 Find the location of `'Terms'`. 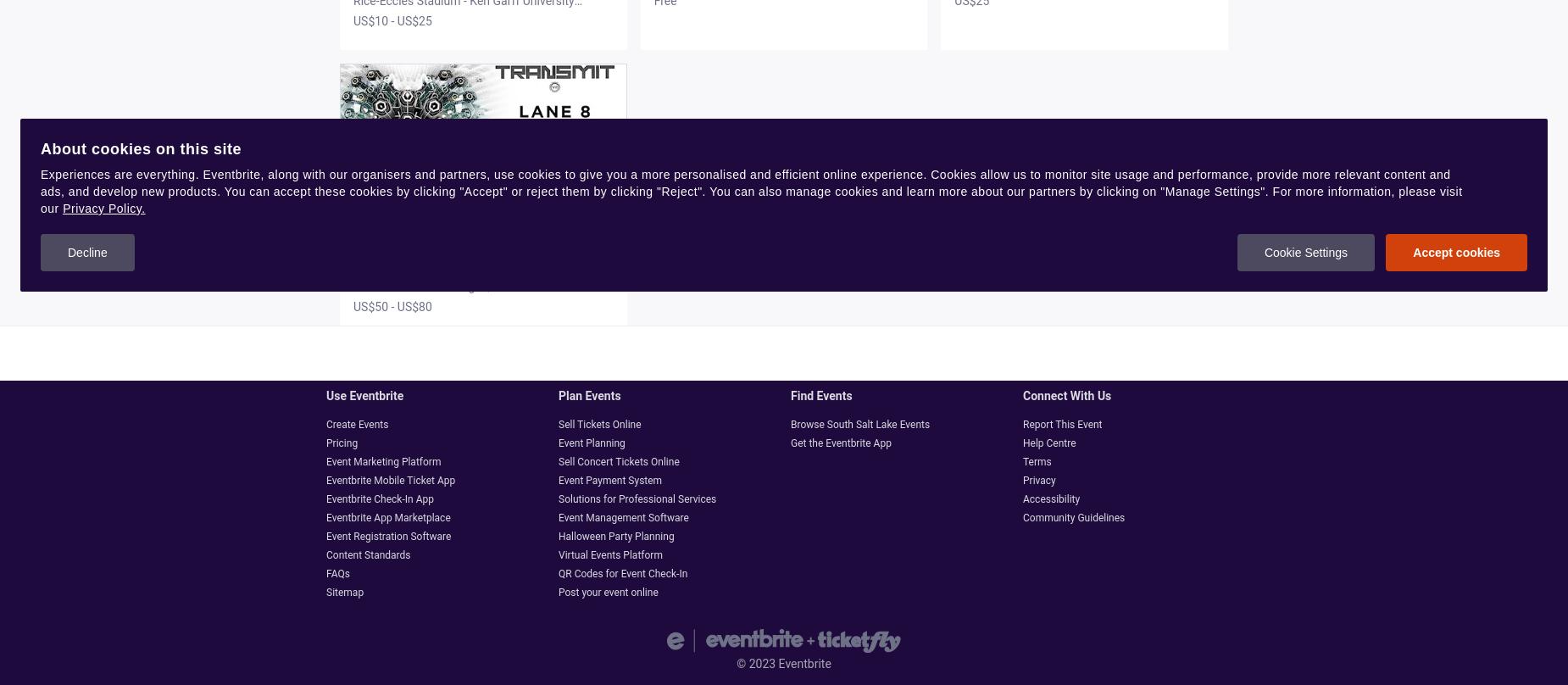

'Terms' is located at coordinates (1036, 460).